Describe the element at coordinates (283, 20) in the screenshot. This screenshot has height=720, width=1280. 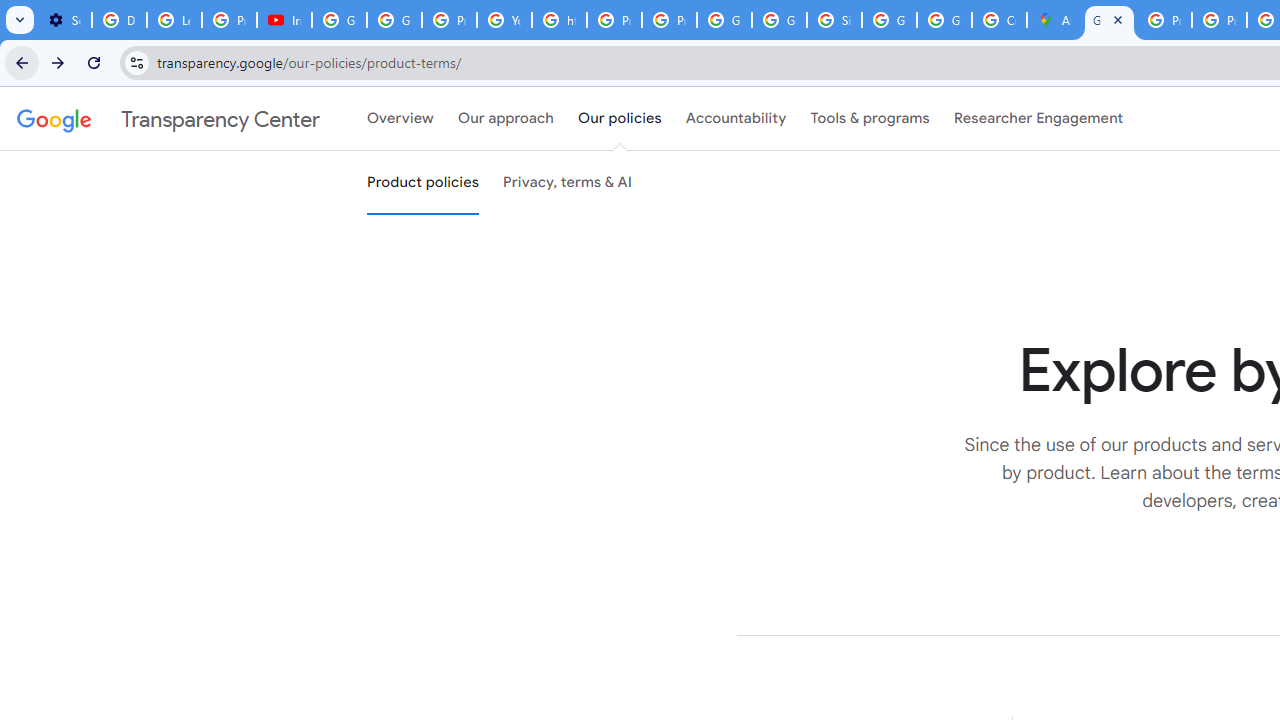
I see `'Introduction | Google Privacy Policy - YouTube'` at that location.